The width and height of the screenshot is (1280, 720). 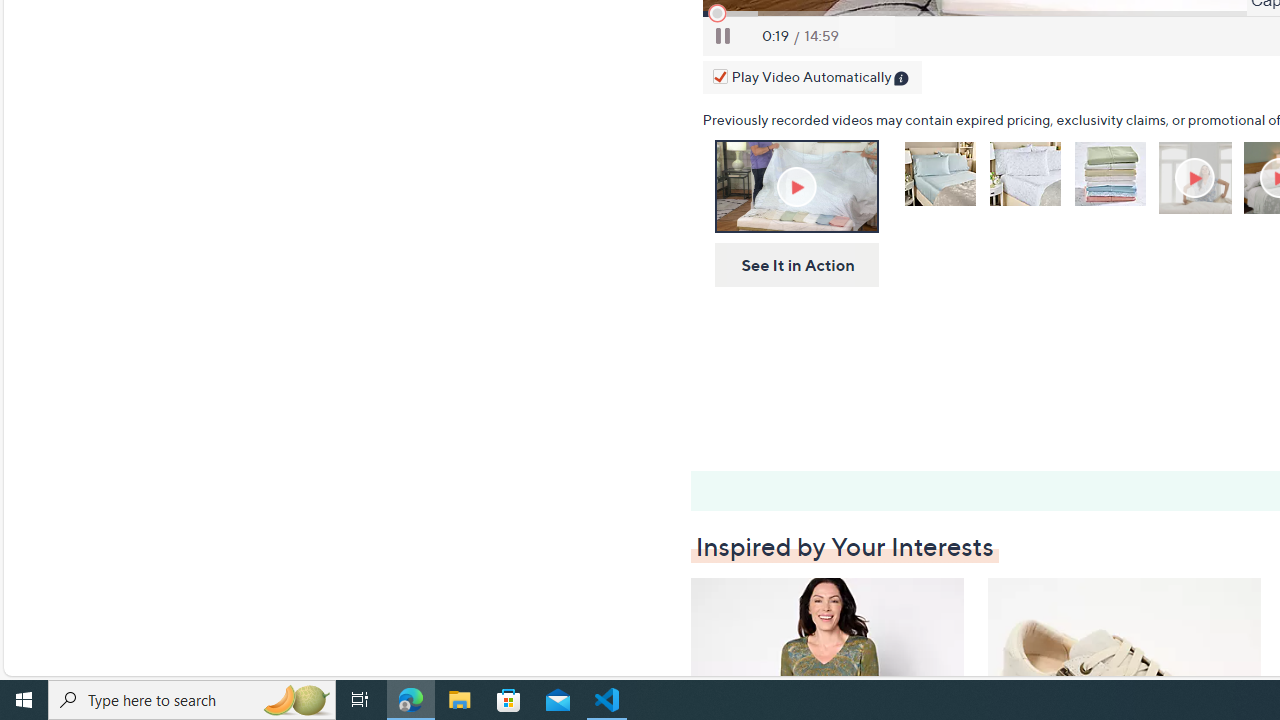 What do you see at coordinates (795, 186) in the screenshot?
I see `'On-Air Presentation'` at bounding box center [795, 186].